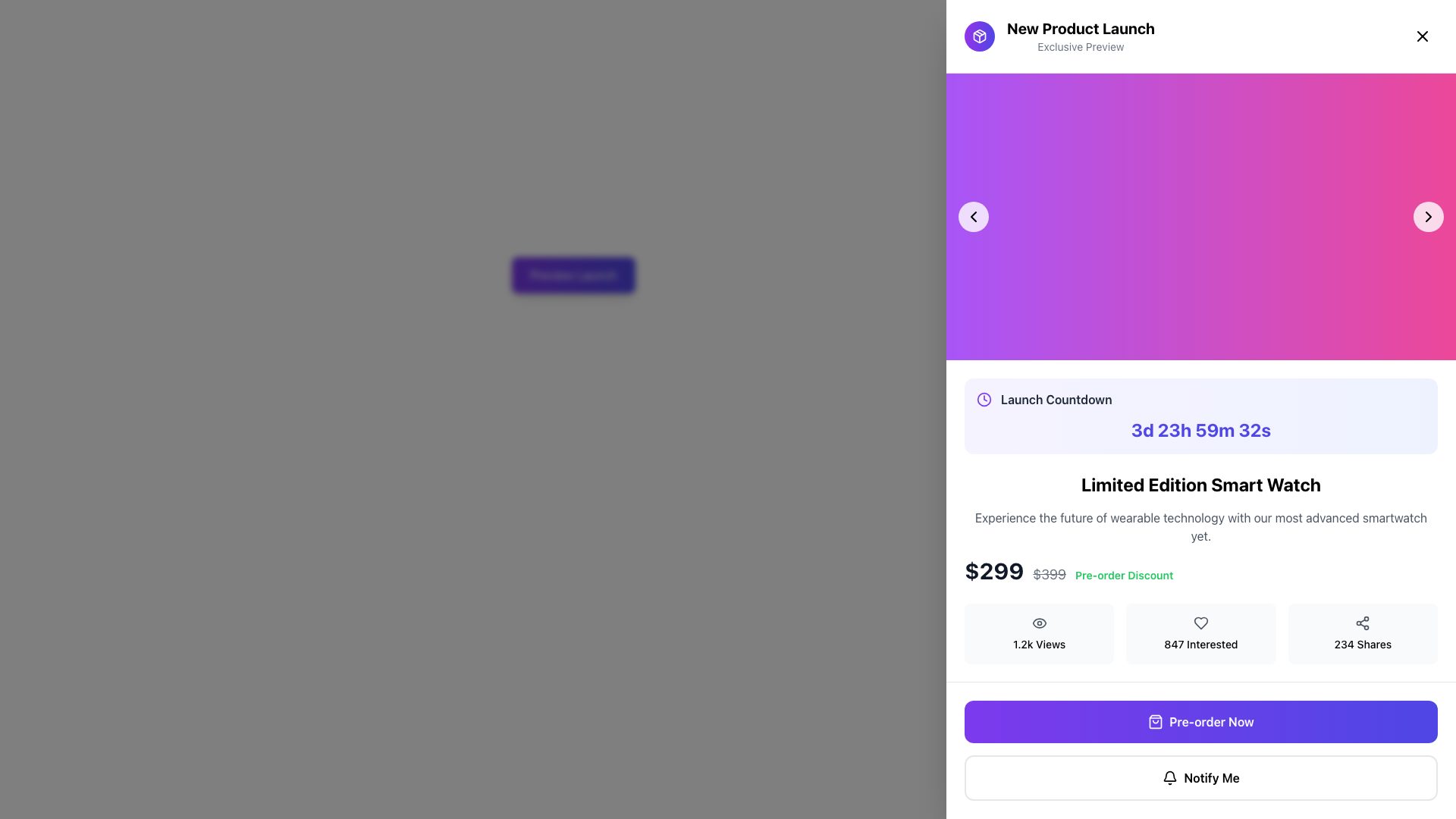 This screenshot has height=819, width=1456. Describe the element at coordinates (1200, 721) in the screenshot. I see `the 'Pre-order Now' button` at that location.